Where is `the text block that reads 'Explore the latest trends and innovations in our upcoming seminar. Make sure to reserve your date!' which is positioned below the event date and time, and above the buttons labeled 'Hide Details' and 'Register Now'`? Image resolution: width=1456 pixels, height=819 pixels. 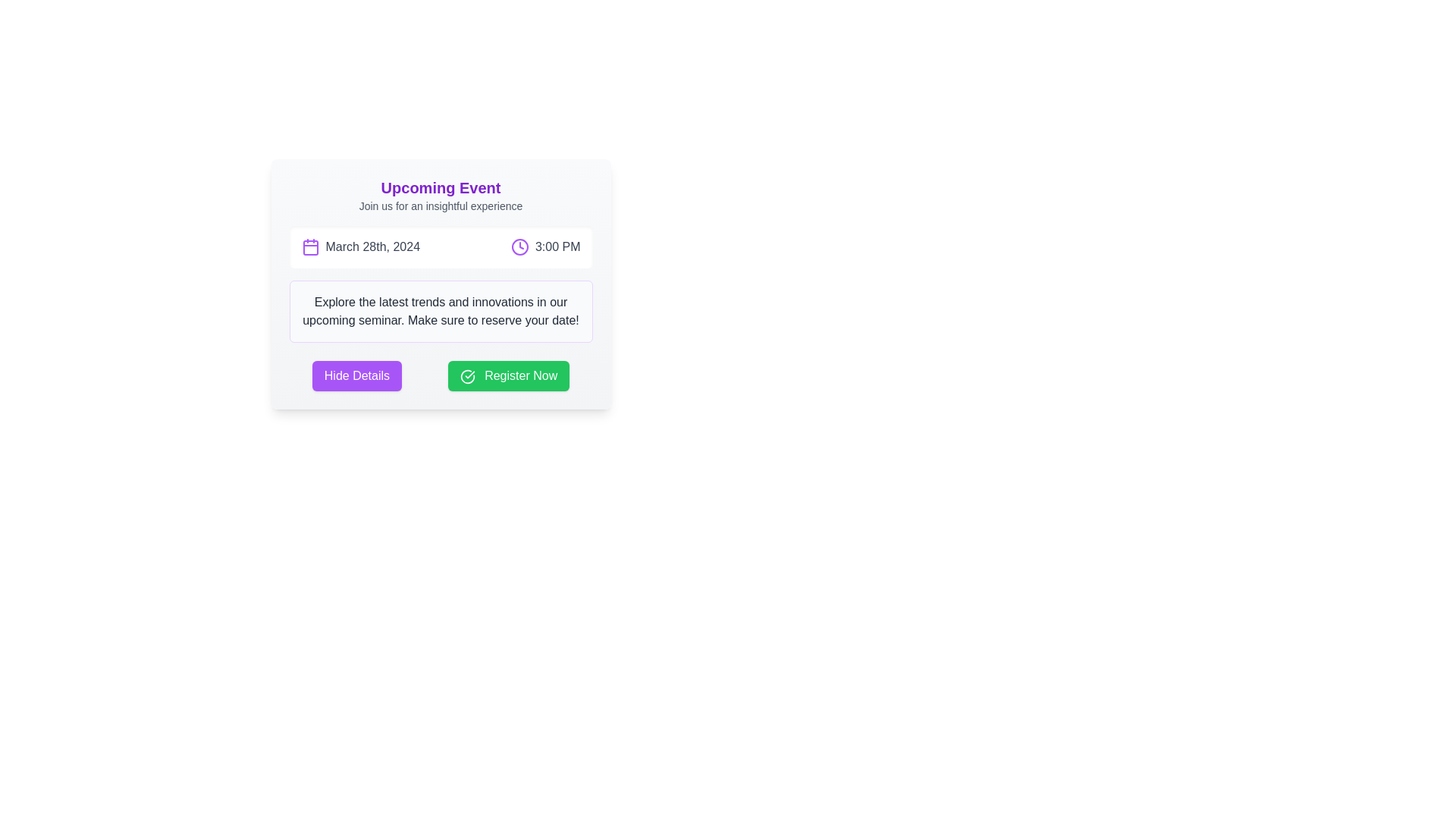
the text block that reads 'Explore the latest trends and innovations in our upcoming seminar. Make sure to reserve your date!' which is positioned below the event date and time, and above the buttons labeled 'Hide Details' and 'Register Now' is located at coordinates (440, 311).